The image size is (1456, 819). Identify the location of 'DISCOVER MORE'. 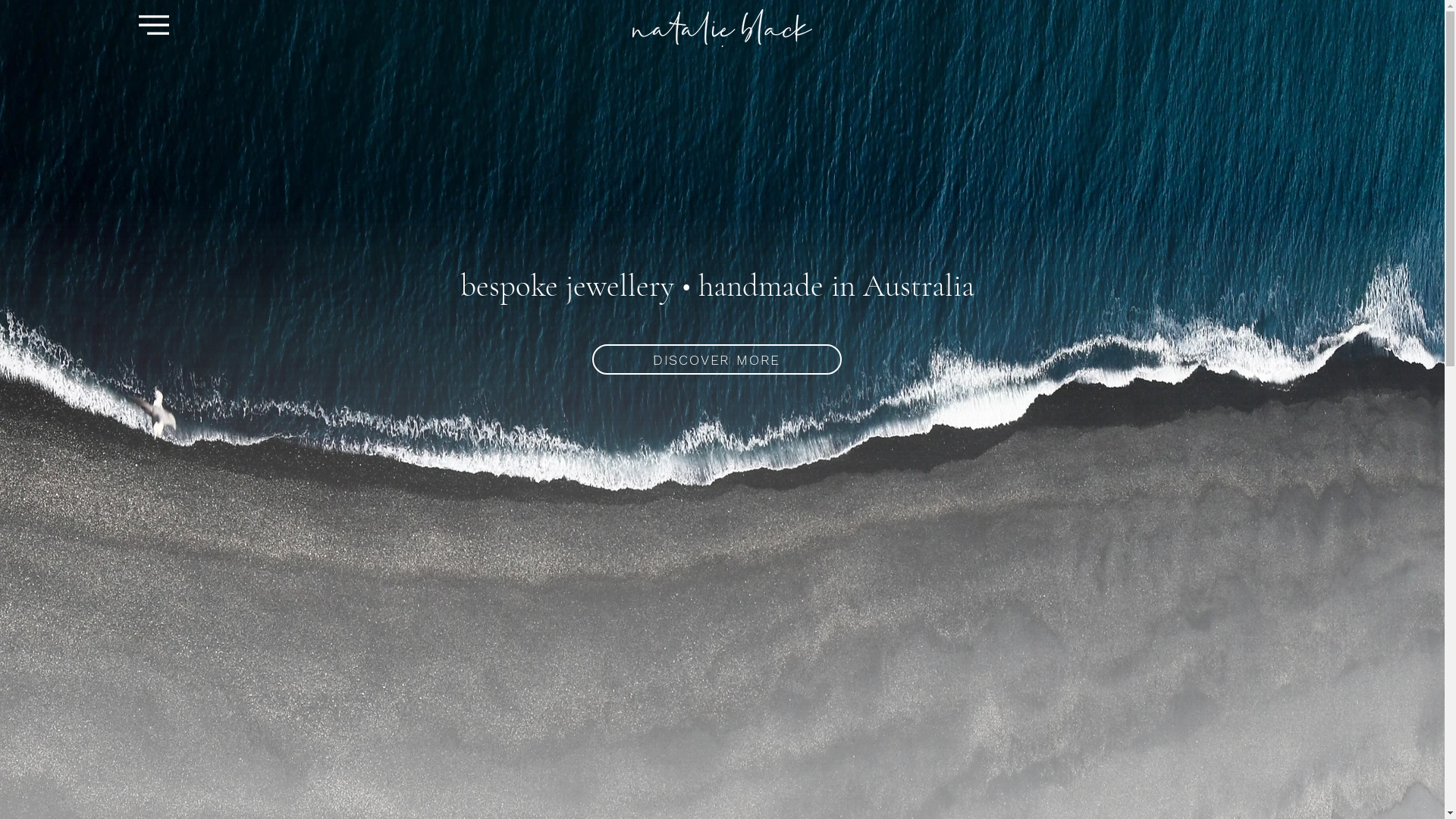
(715, 359).